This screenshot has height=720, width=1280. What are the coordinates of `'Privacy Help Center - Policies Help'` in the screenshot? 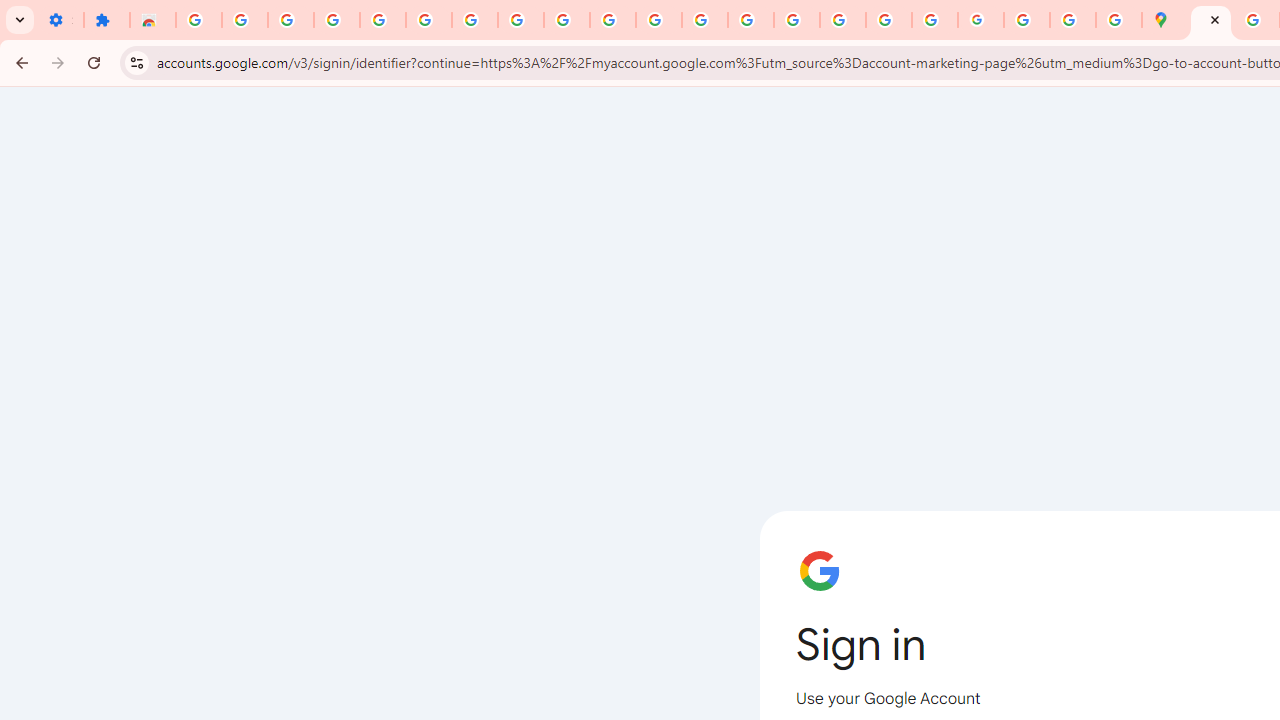 It's located at (796, 20).